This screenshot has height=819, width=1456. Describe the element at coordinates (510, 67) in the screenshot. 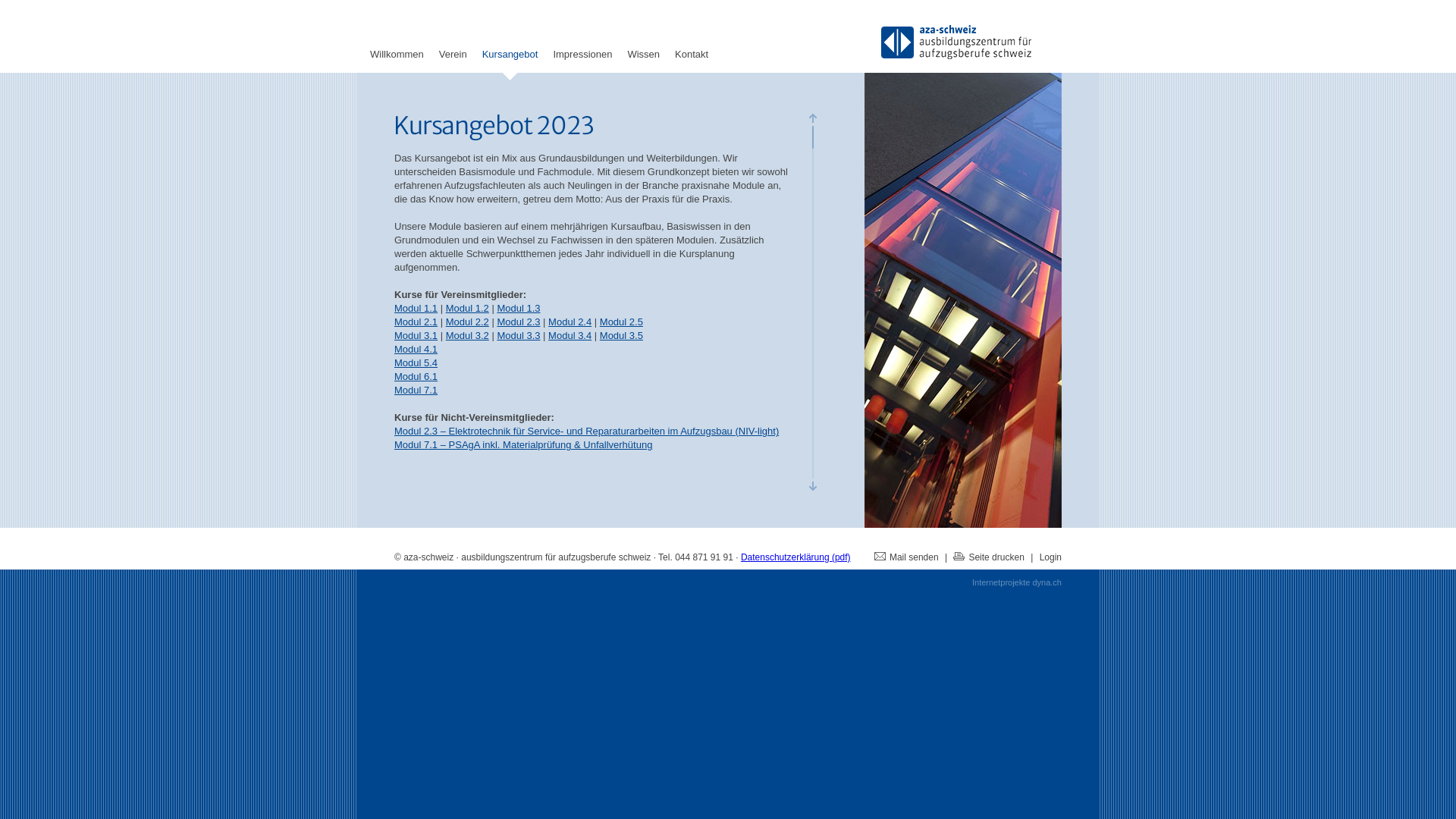

I see `'Kursangebot'` at that location.